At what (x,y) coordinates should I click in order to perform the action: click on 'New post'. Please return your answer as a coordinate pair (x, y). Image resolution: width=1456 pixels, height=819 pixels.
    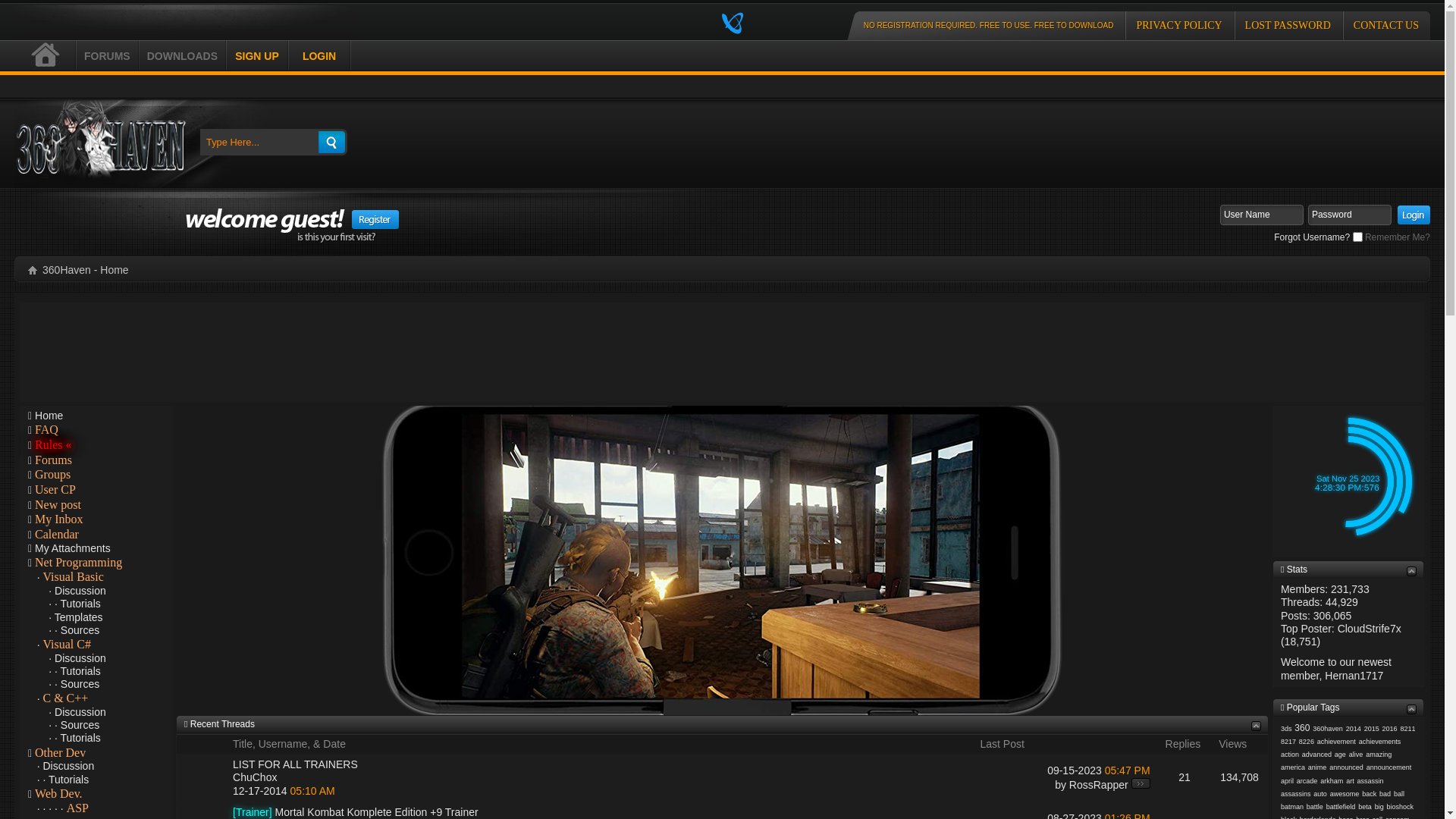
    Looking at the image, I should click on (58, 505).